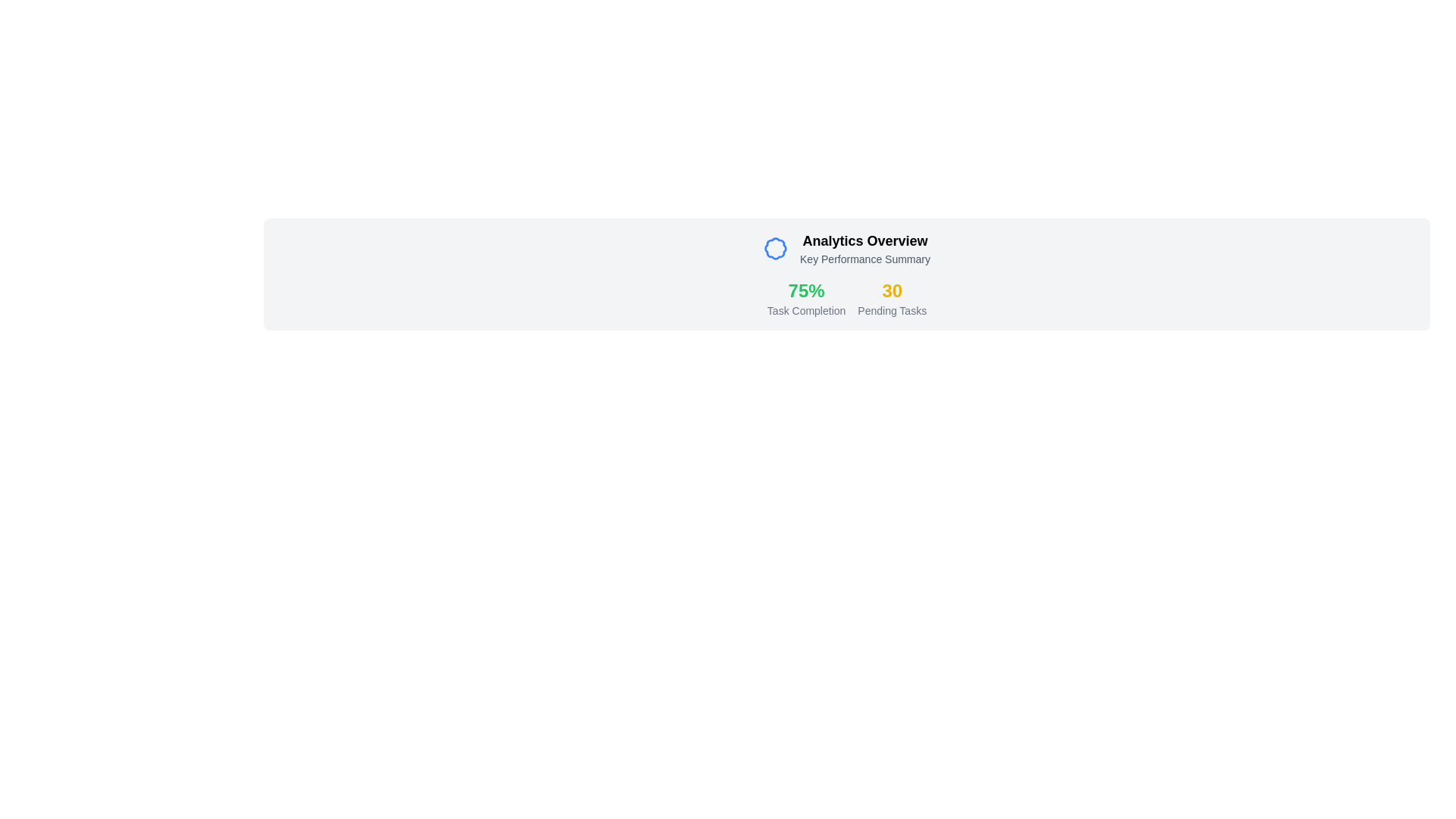 Image resolution: width=1456 pixels, height=819 pixels. Describe the element at coordinates (865, 259) in the screenshot. I see `the text label 'Key Performance Summary' that is styled in small gray font, located under the 'Analytics Overview' headline` at that location.